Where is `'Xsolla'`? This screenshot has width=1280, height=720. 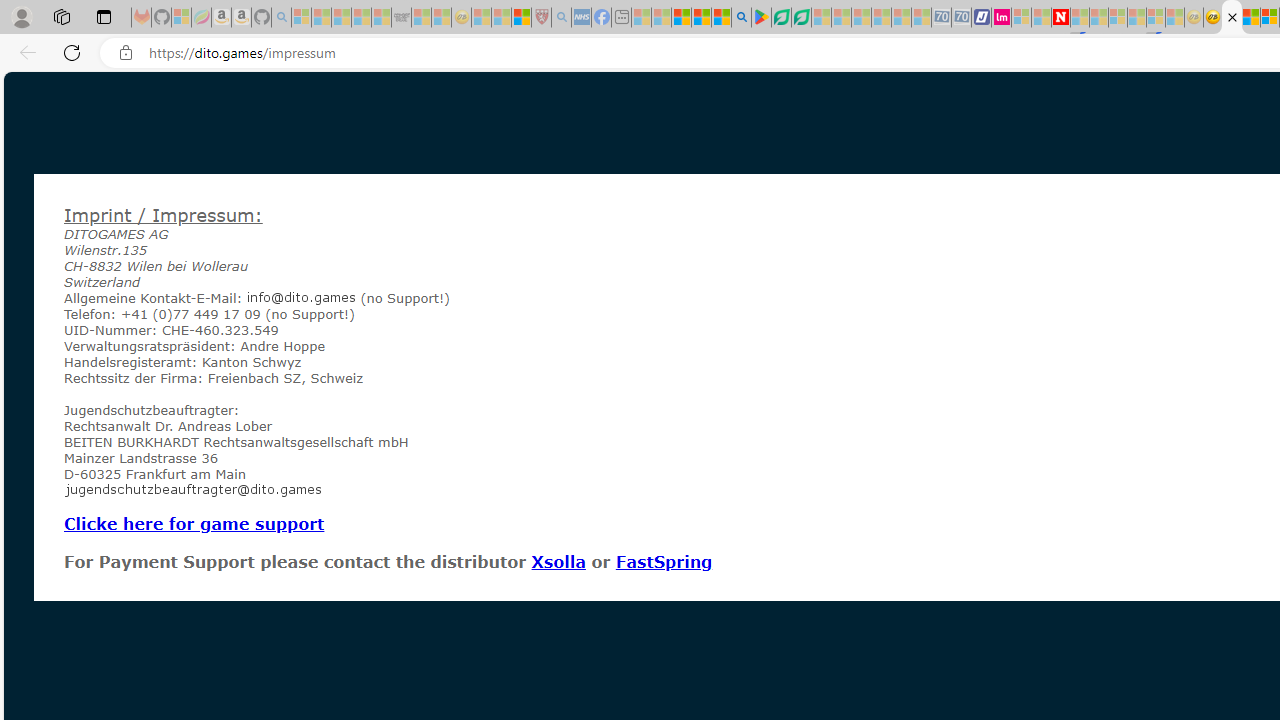
'Xsolla' is located at coordinates (558, 561).